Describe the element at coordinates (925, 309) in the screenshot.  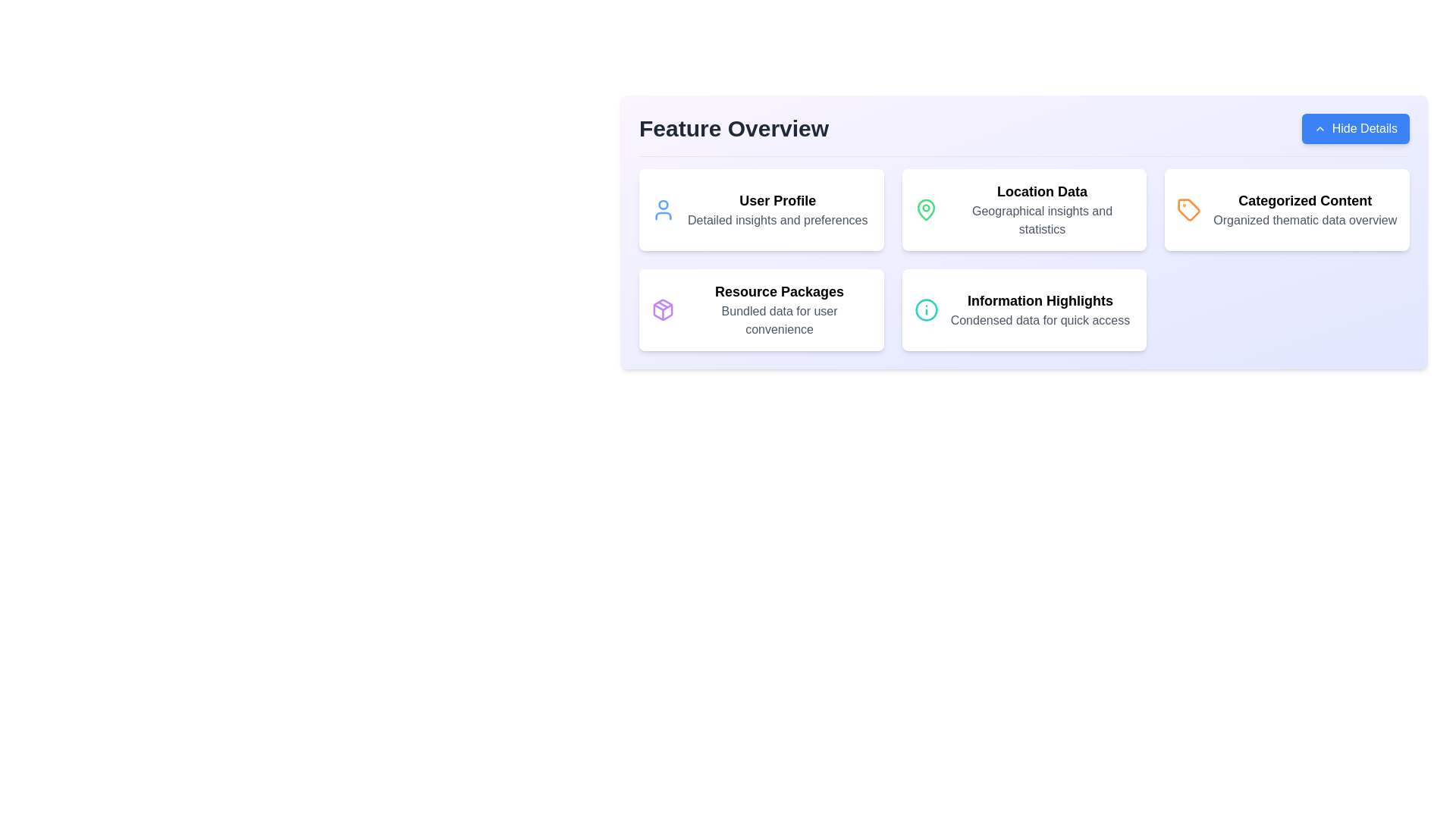
I see `the Circular SVG graphical element located in the middle-top portion of the 'Information Highlights' tile` at that location.